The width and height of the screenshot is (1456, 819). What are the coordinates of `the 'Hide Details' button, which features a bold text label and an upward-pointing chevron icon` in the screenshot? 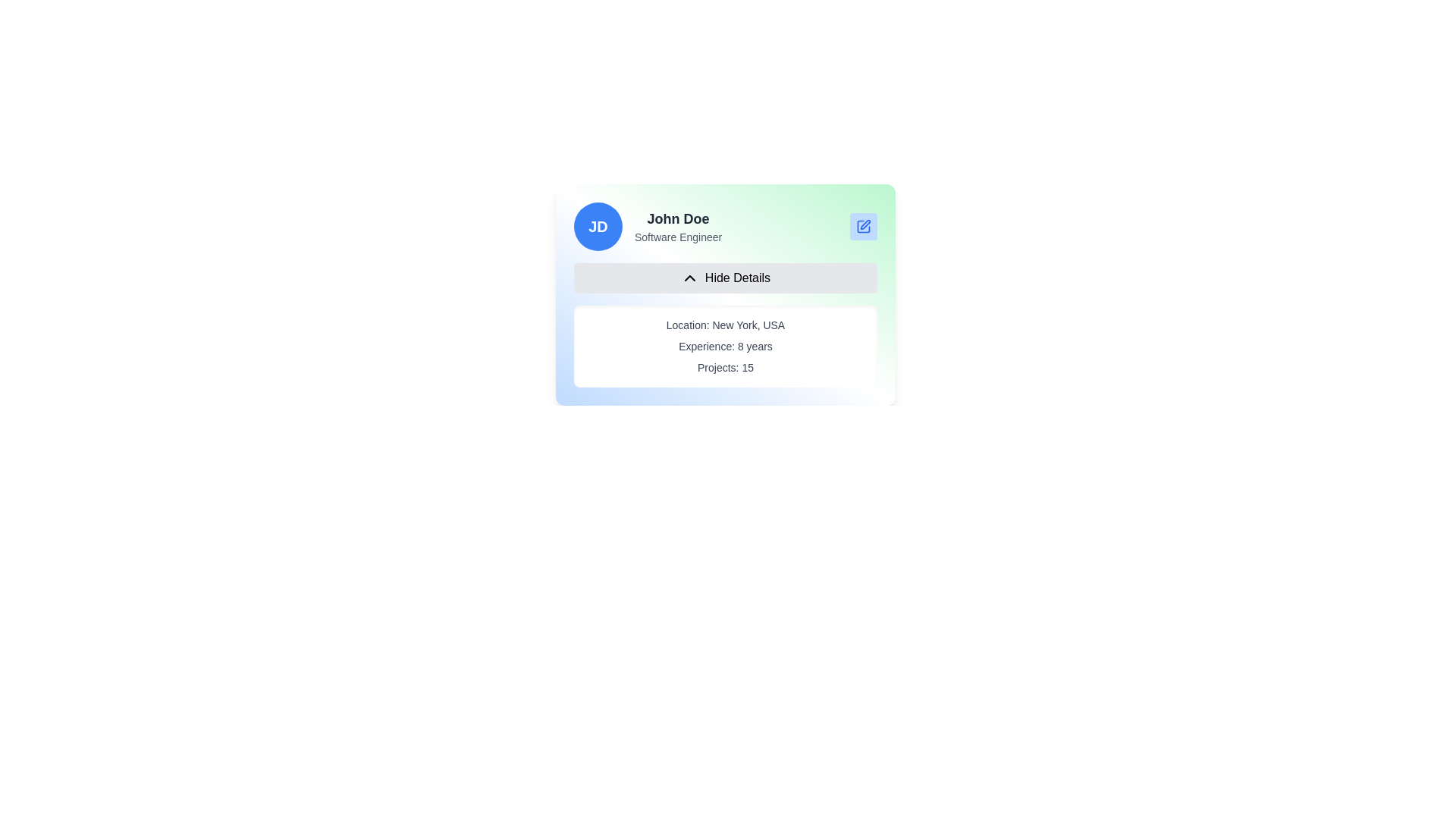 It's located at (738, 278).